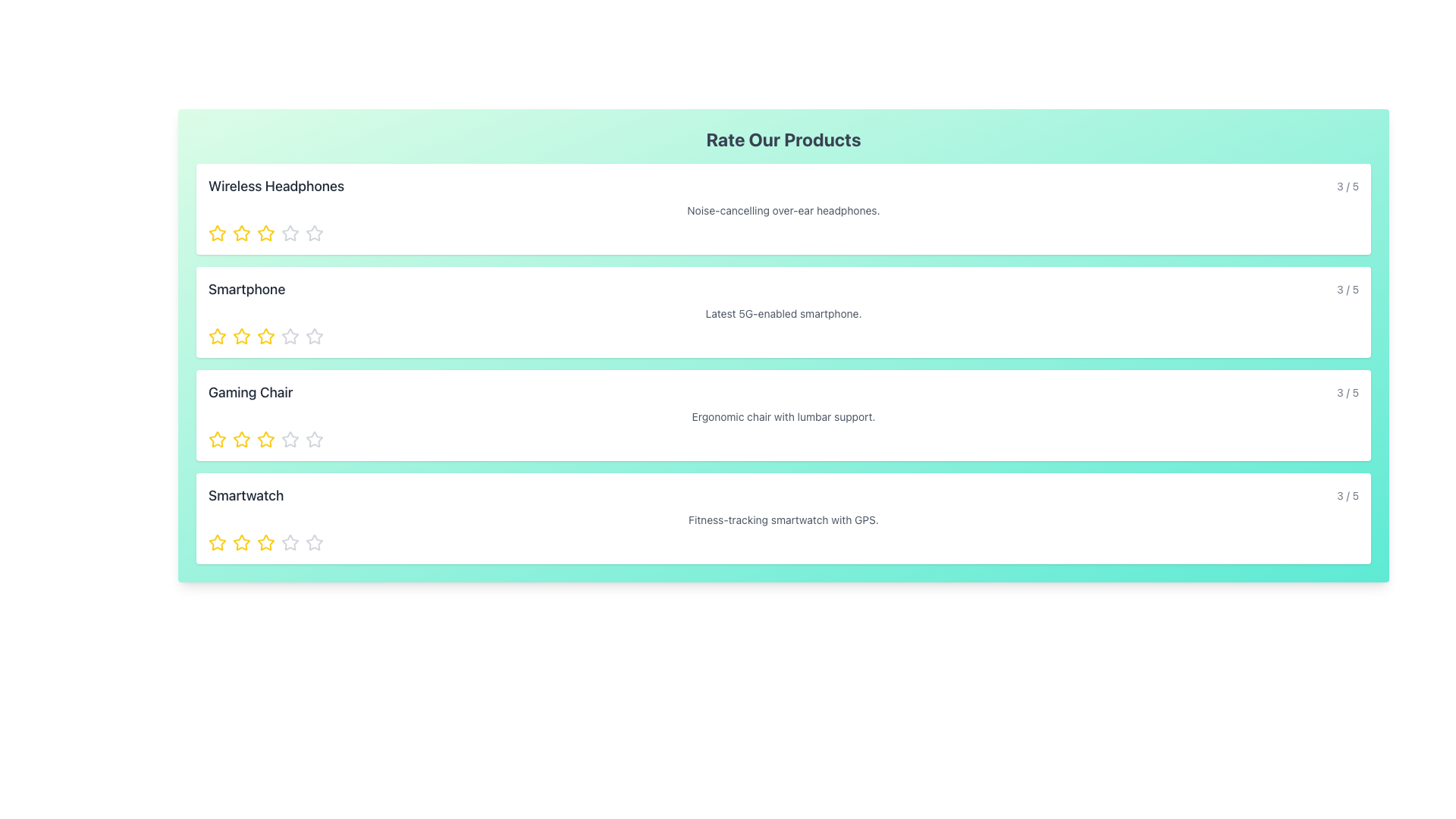 Image resolution: width=1456 pixels, height=819 pixels. I want to click on the fifth gray, hollow star icon in the Wireless Headphones rating section, so click(313, 234).